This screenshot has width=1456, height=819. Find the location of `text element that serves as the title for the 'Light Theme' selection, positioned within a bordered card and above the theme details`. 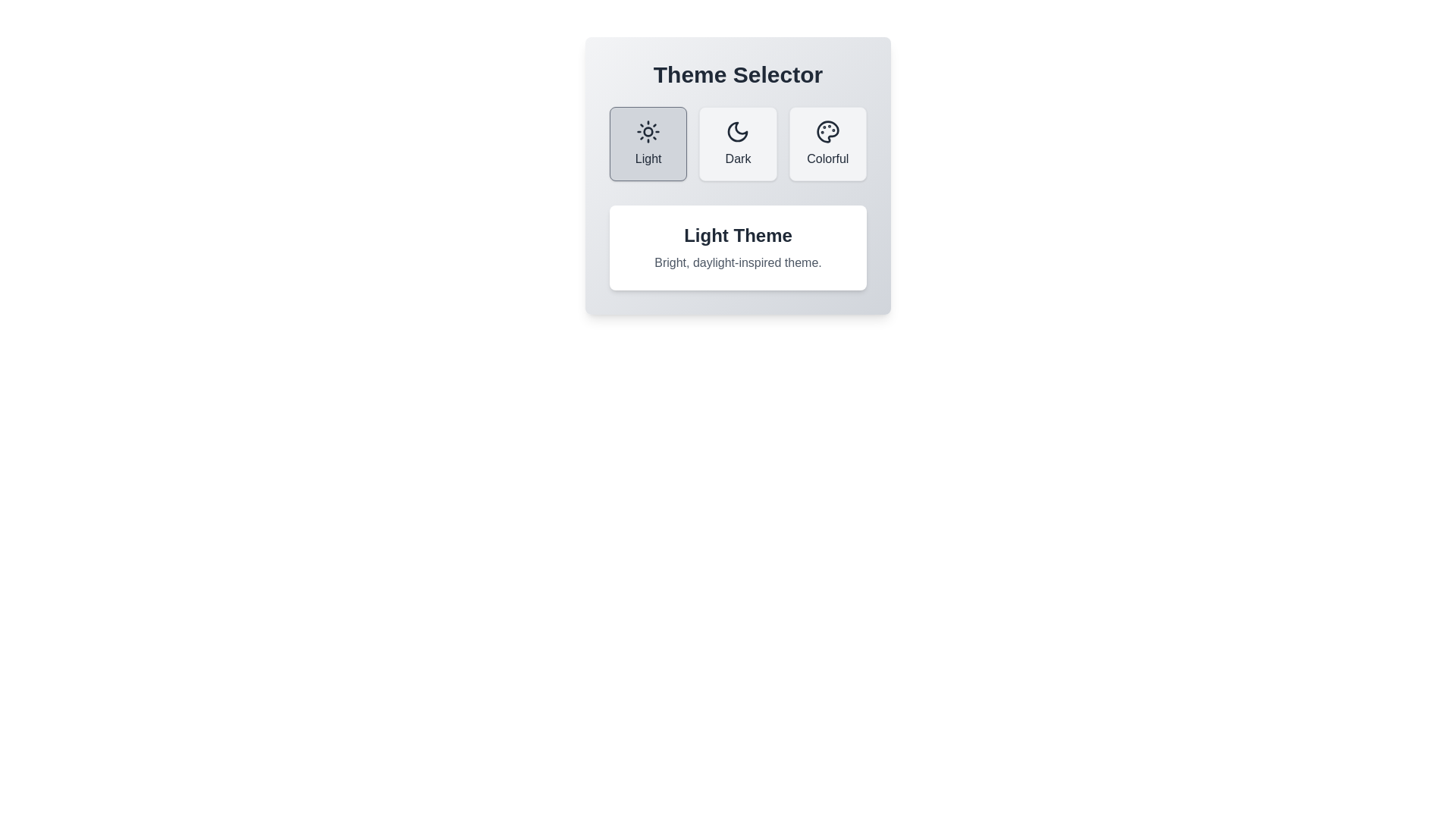

text element that serves as the title for the 'Light Theme' selection, positioned within a bordered card and above the theme details is located at coordinates (738, 236).